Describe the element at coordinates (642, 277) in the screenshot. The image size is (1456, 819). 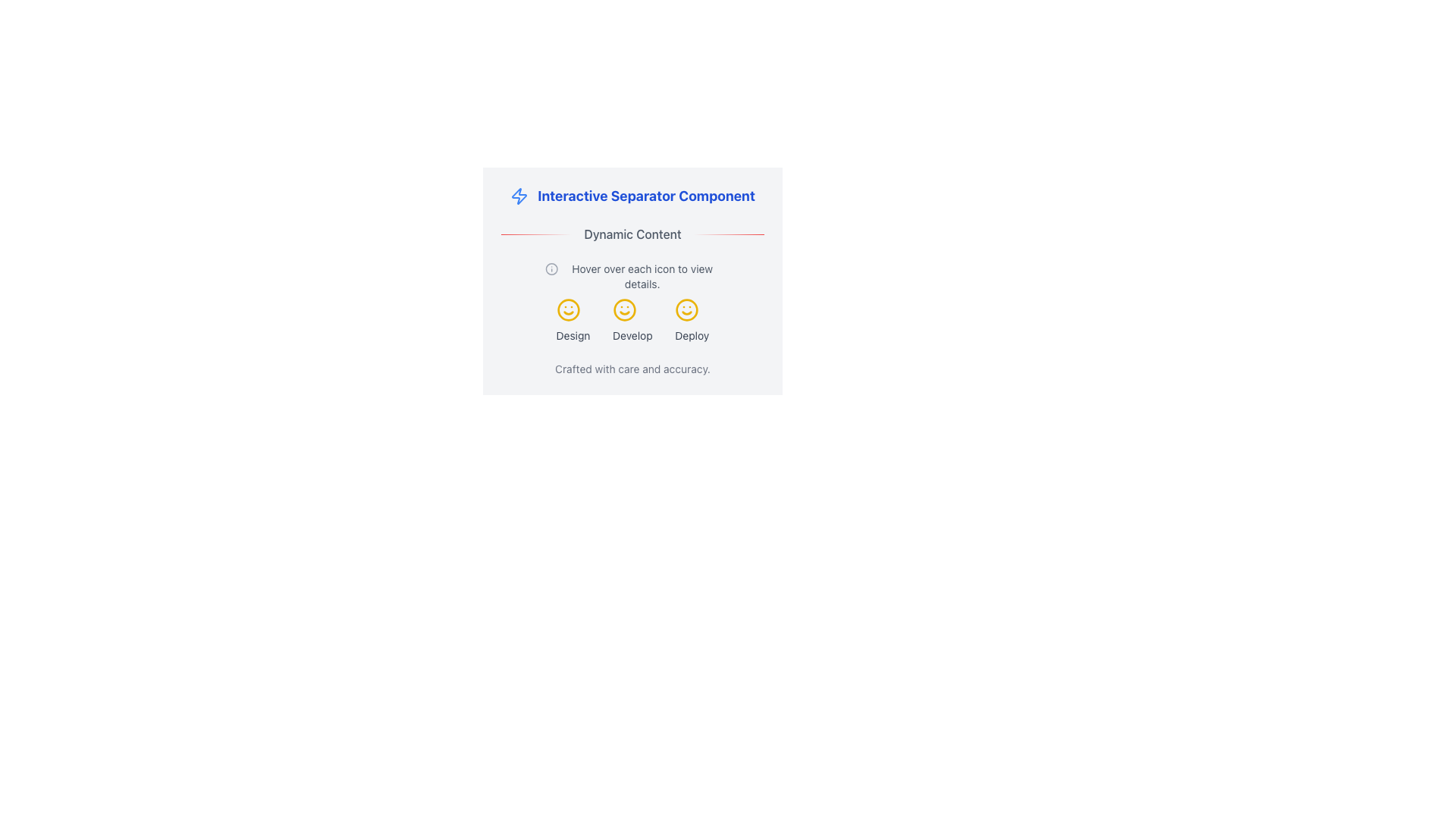
I see `the informational label that reads 'Hover over each icon` at that location.